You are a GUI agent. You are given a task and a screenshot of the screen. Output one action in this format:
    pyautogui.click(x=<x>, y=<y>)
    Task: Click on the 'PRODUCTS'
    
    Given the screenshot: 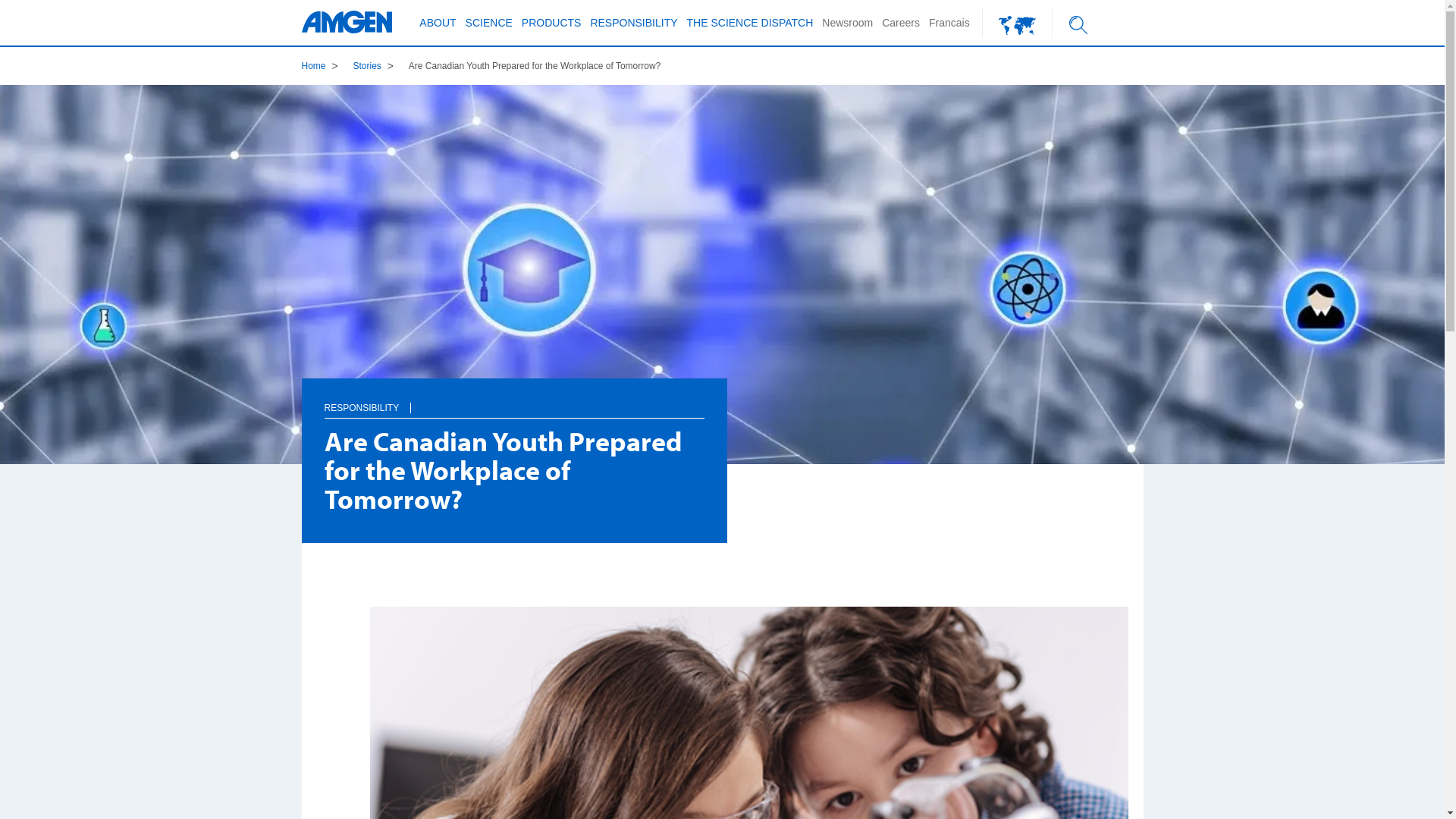 What is the action you would take?
    pyautogui.click(x=551, y=23)
    